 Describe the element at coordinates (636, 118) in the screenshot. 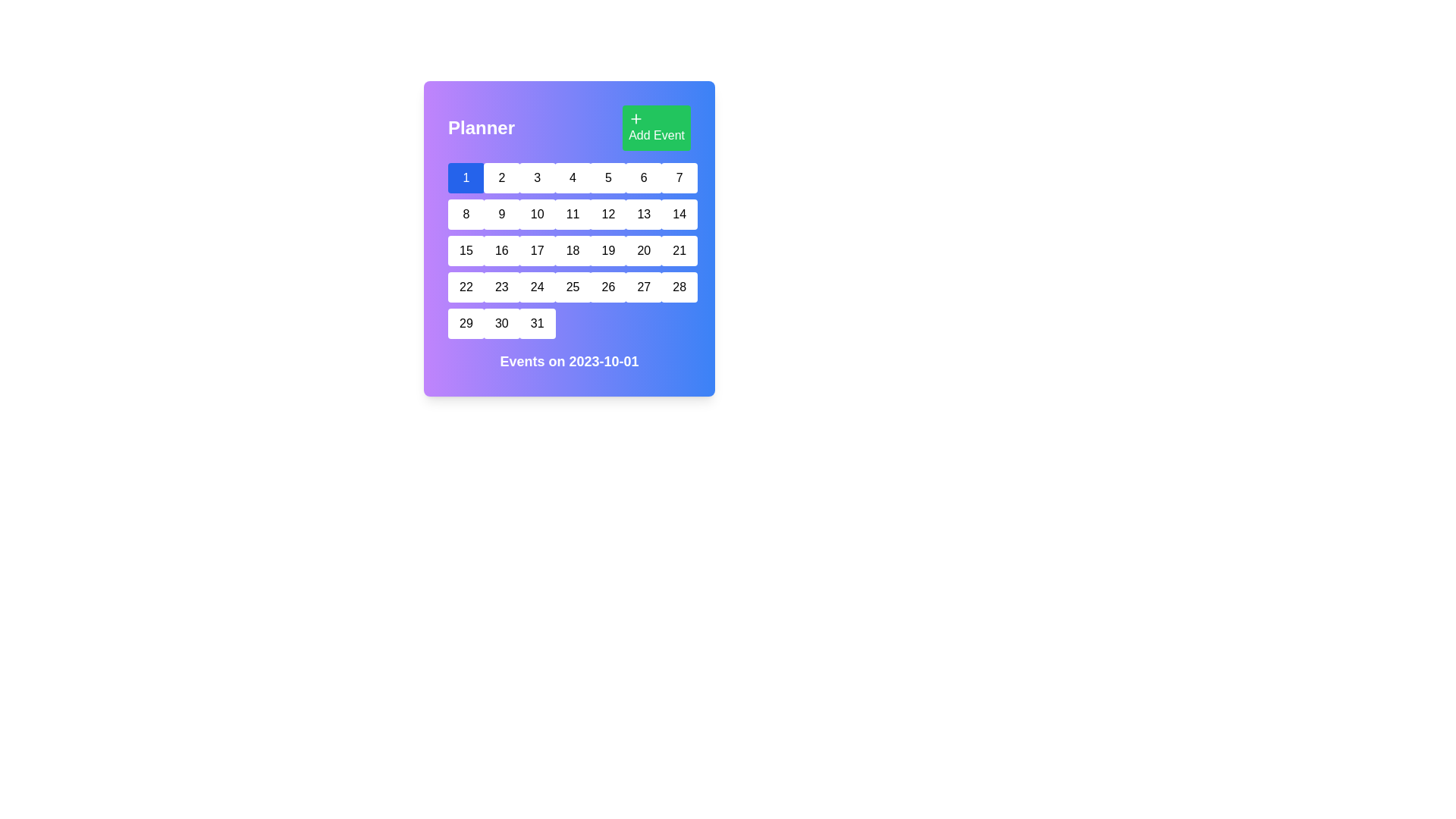

I see `the icon in the top-right corner of the 'Add Event' box` at that location.